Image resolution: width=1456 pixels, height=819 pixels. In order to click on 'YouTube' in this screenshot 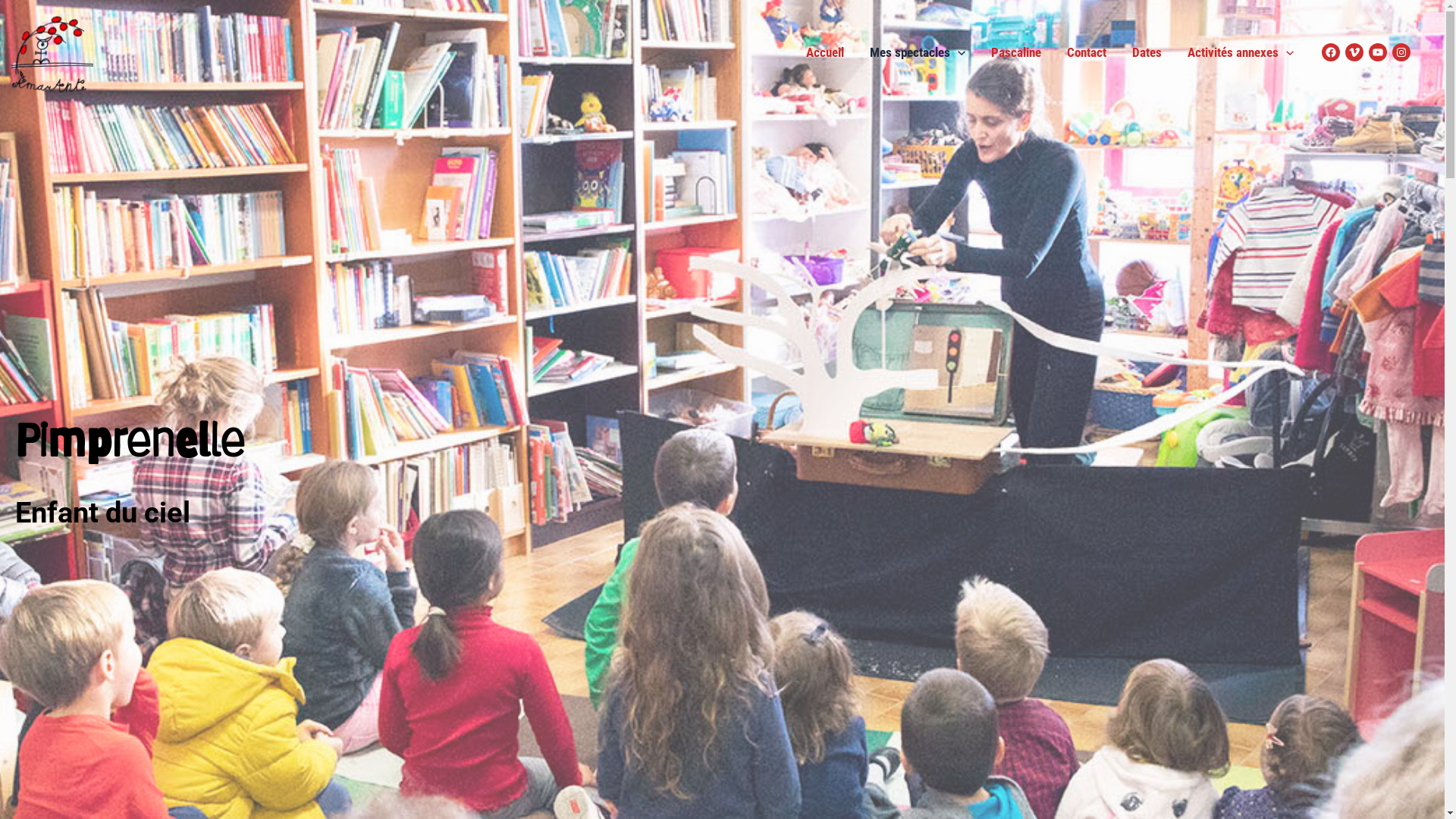, I will do `click(1378, 52)`.